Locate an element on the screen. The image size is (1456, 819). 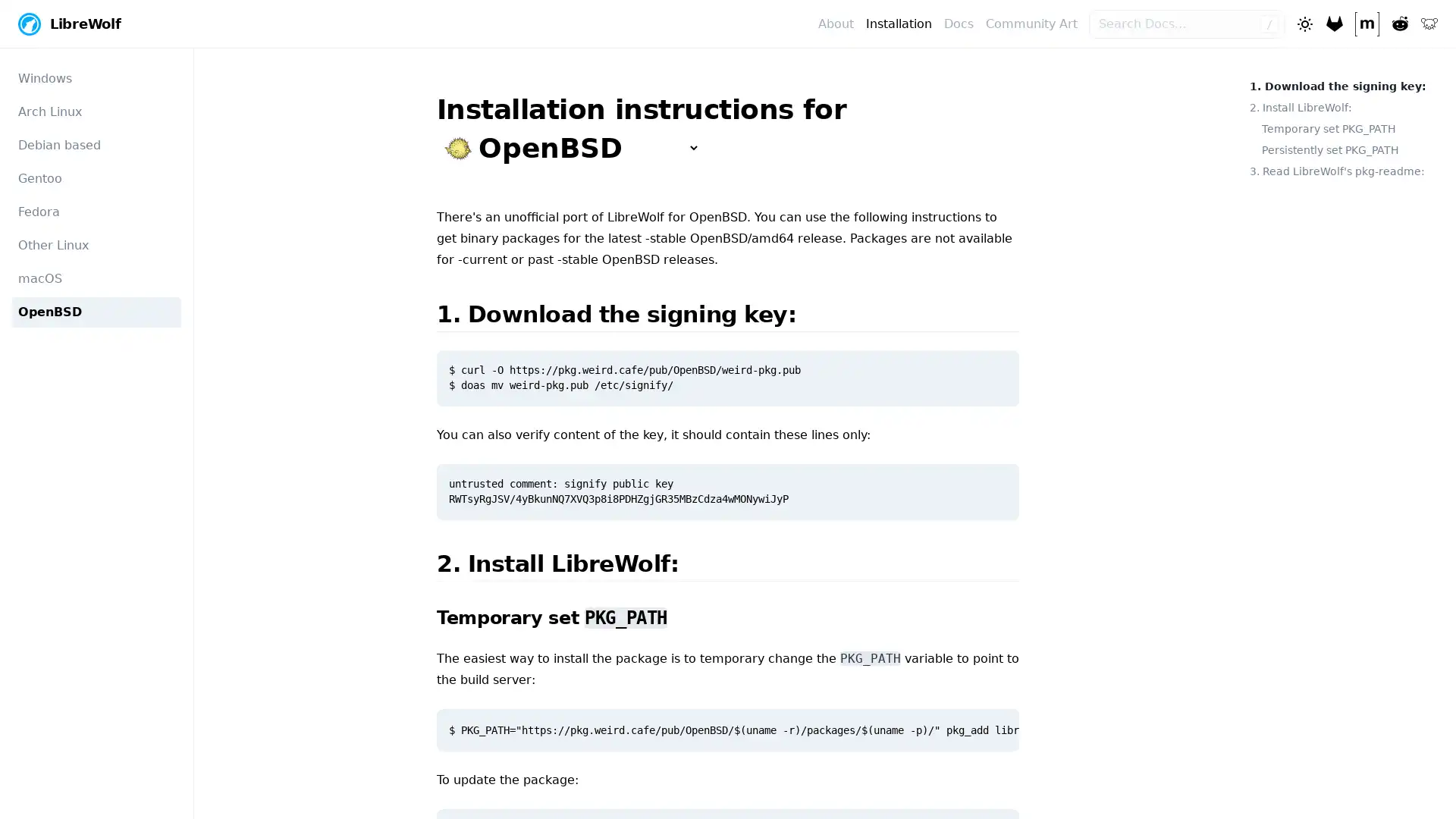
Toggle theme is located at coordinates (1303, 23).